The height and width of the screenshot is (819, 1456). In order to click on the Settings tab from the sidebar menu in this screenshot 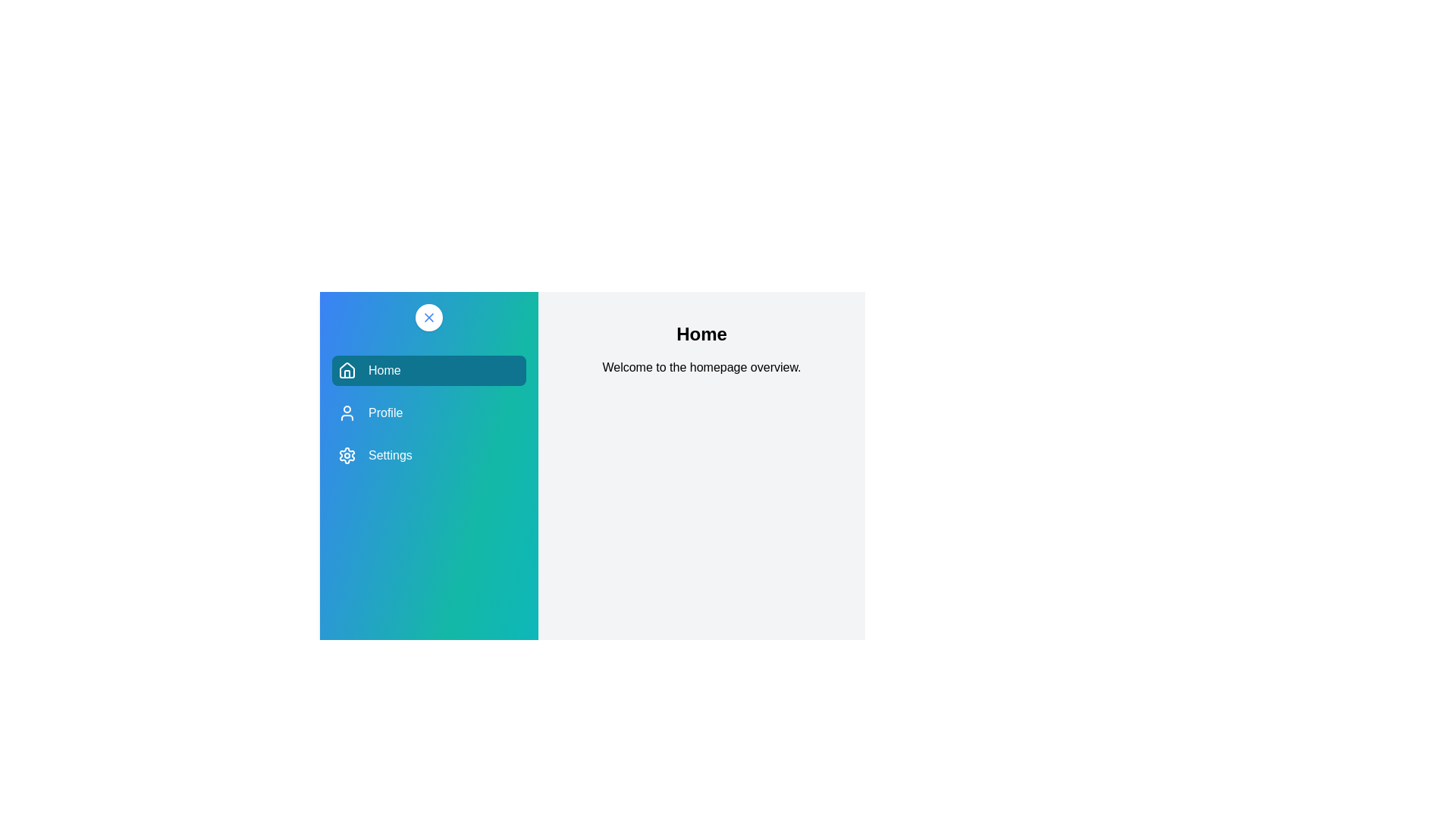, I will do `click(428, 455)`.